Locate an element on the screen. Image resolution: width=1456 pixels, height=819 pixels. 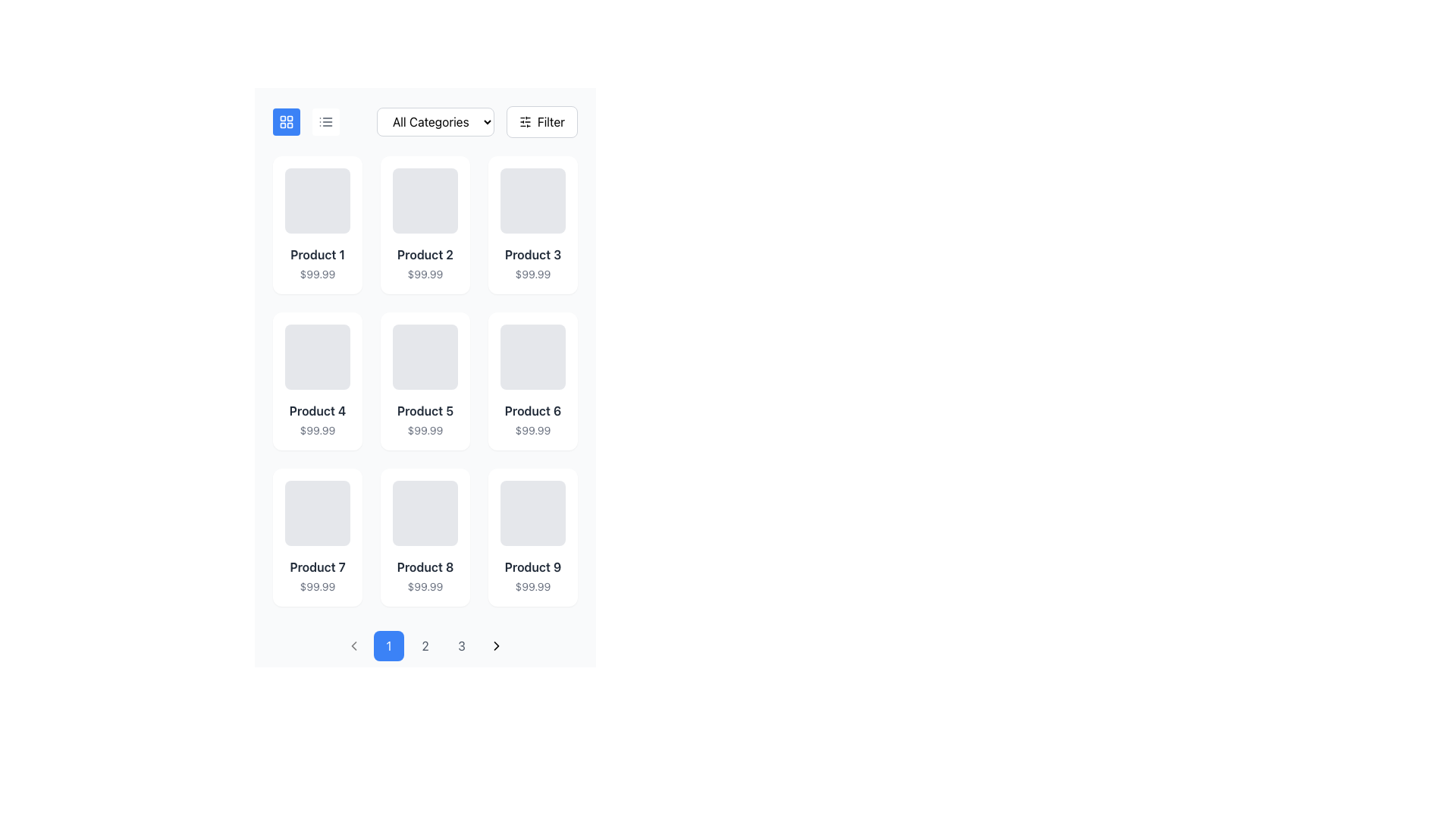
the text label displaying the numerical value '$99.99' located directly below 'Product 8' in the second column of the grid is located at coordinates (425, 586).